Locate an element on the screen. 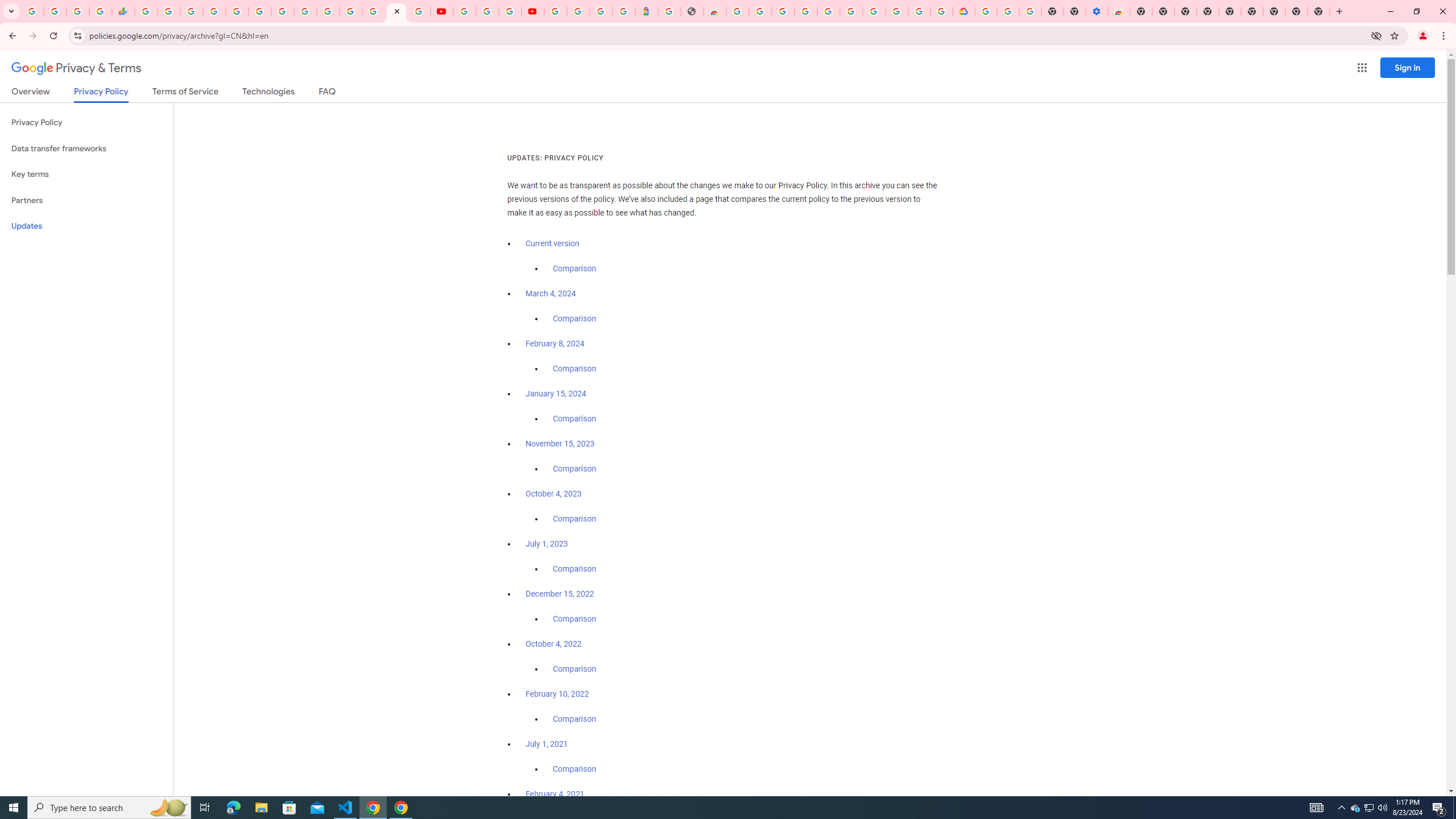 Image resolution: width=1456 pixels, height=819 pixels. 'Android TV Policies and Guidelines - Transparency Center' is located at coordinates (282, 11).